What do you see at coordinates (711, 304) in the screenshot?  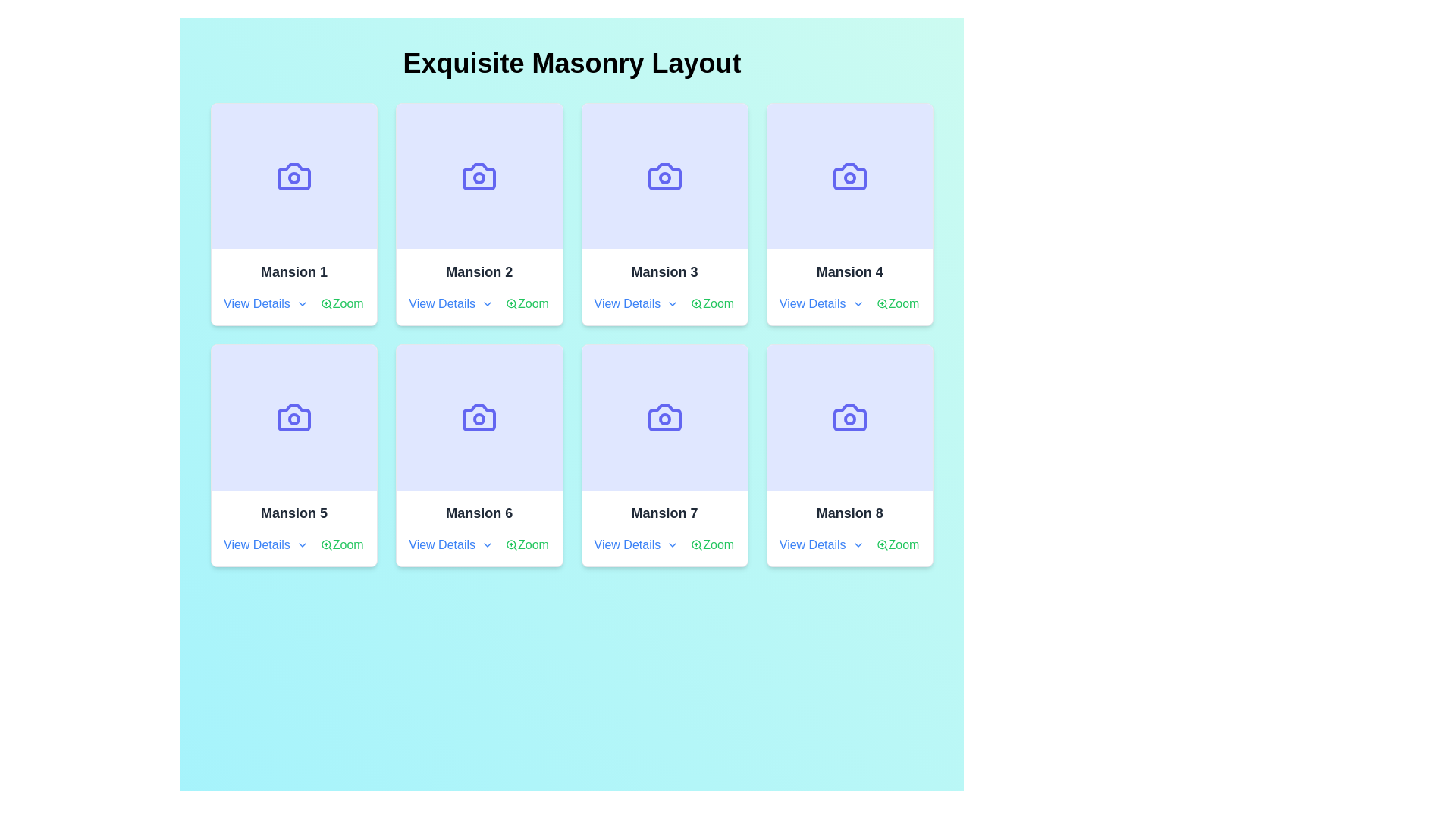 I see `the interactive link labeled 'Zoom' styled in green text, located within the 'Mansion 3' card` at bounding box center [711, 304].